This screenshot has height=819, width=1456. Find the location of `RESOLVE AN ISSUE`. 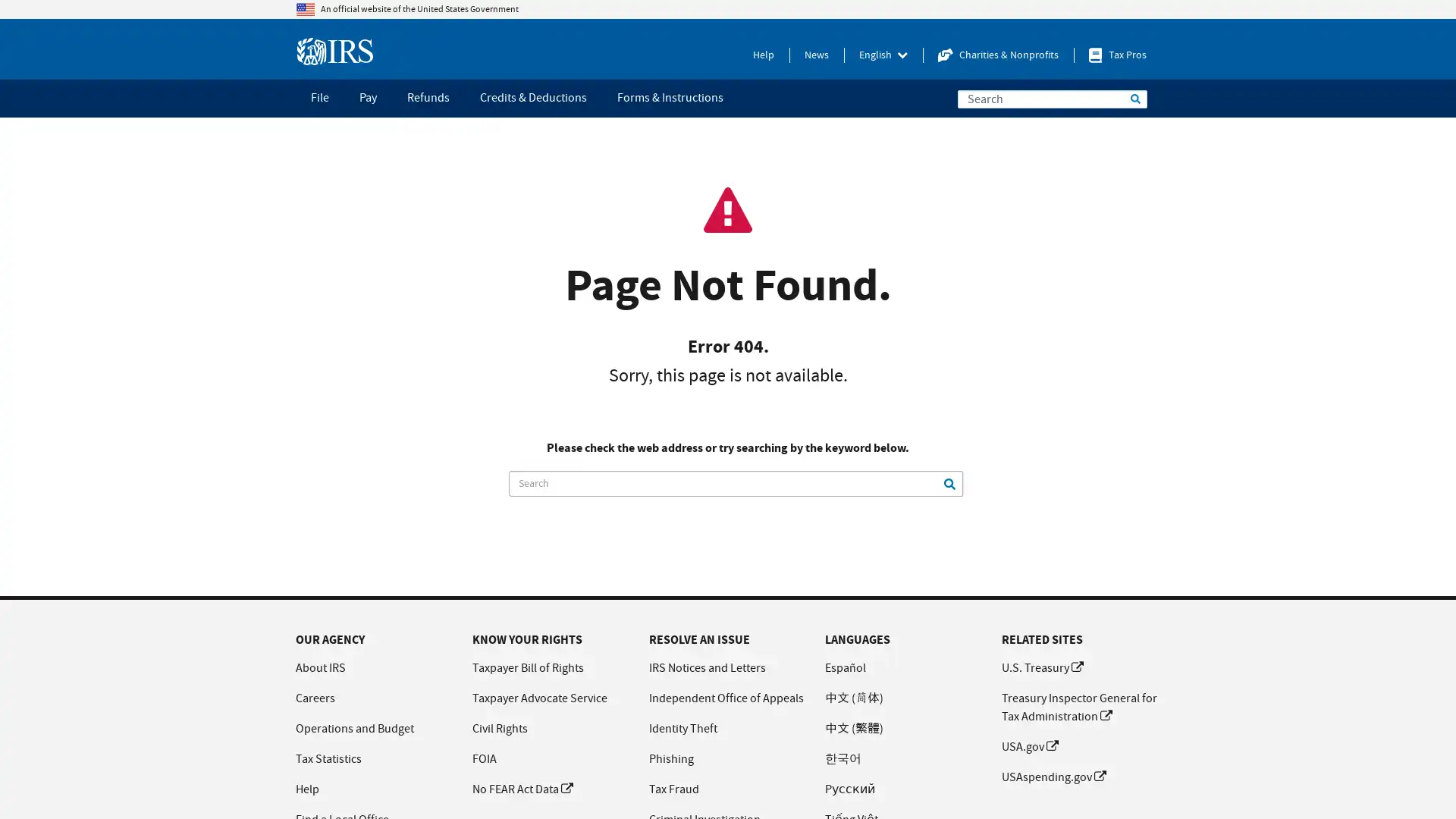

RESOLVE AN ISSUE is located at coordinates (698, 640).